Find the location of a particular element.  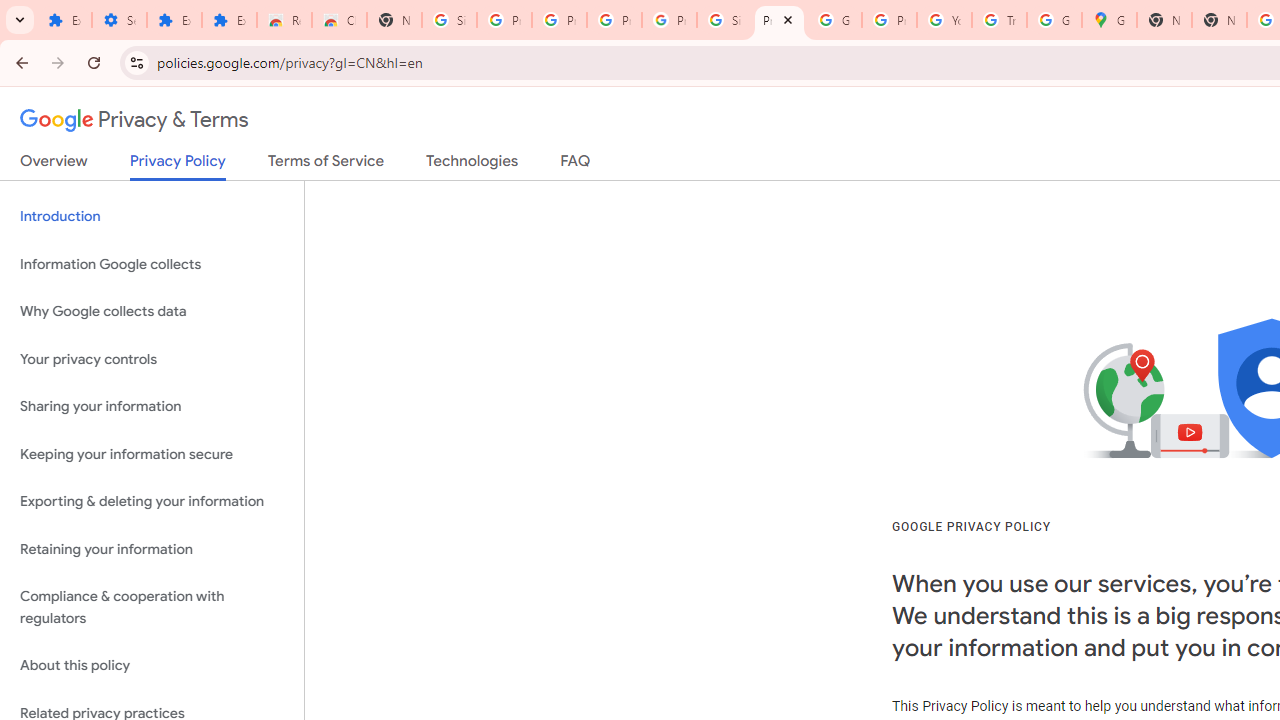

'Chrome Web Store - Themes' is located at coordinates (339, 20).